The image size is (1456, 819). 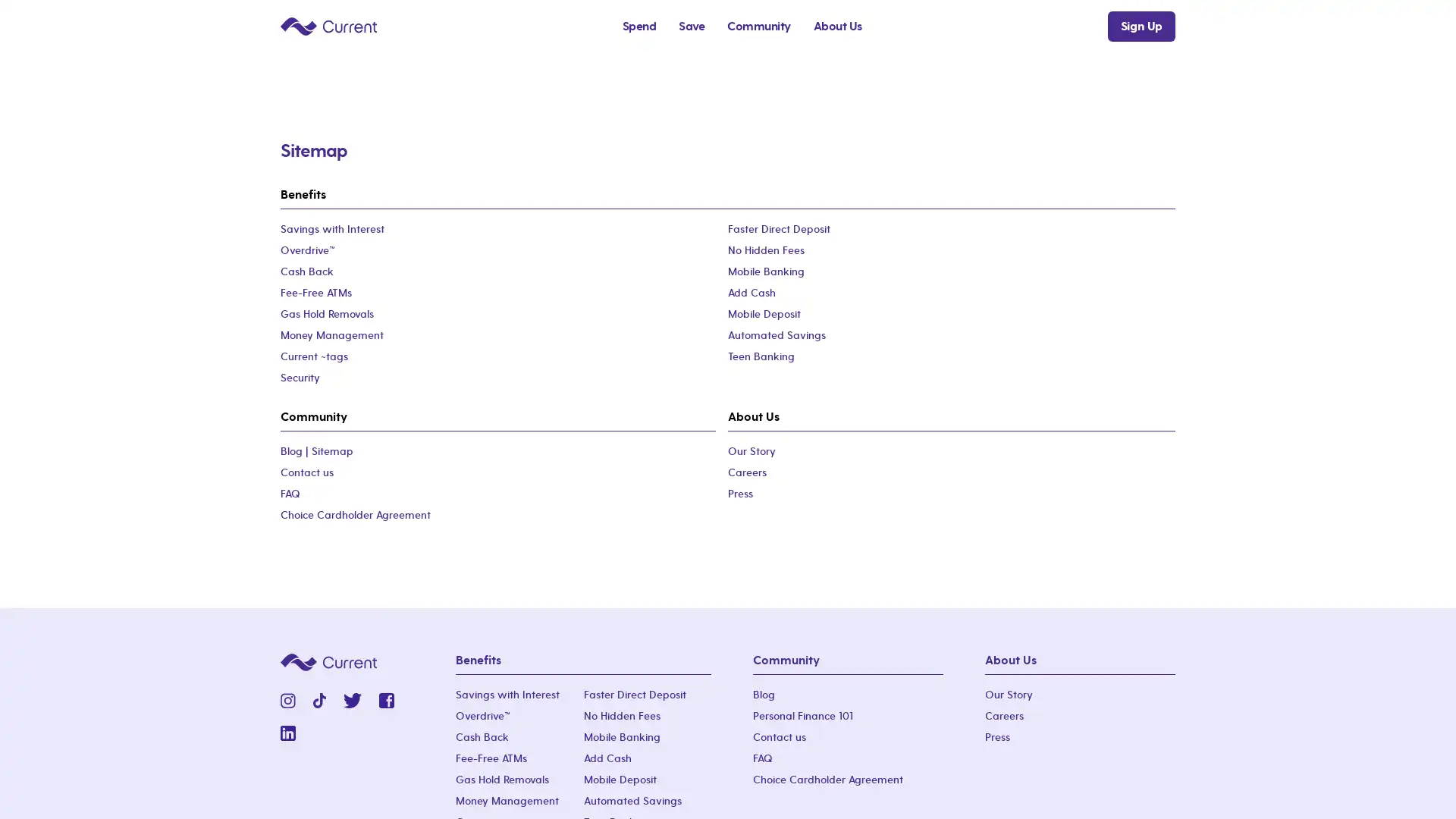 What do you see at coordinates (621, 717) in the screenshot?
I see `No Hidden Fees` at bounding box center [621, 717].